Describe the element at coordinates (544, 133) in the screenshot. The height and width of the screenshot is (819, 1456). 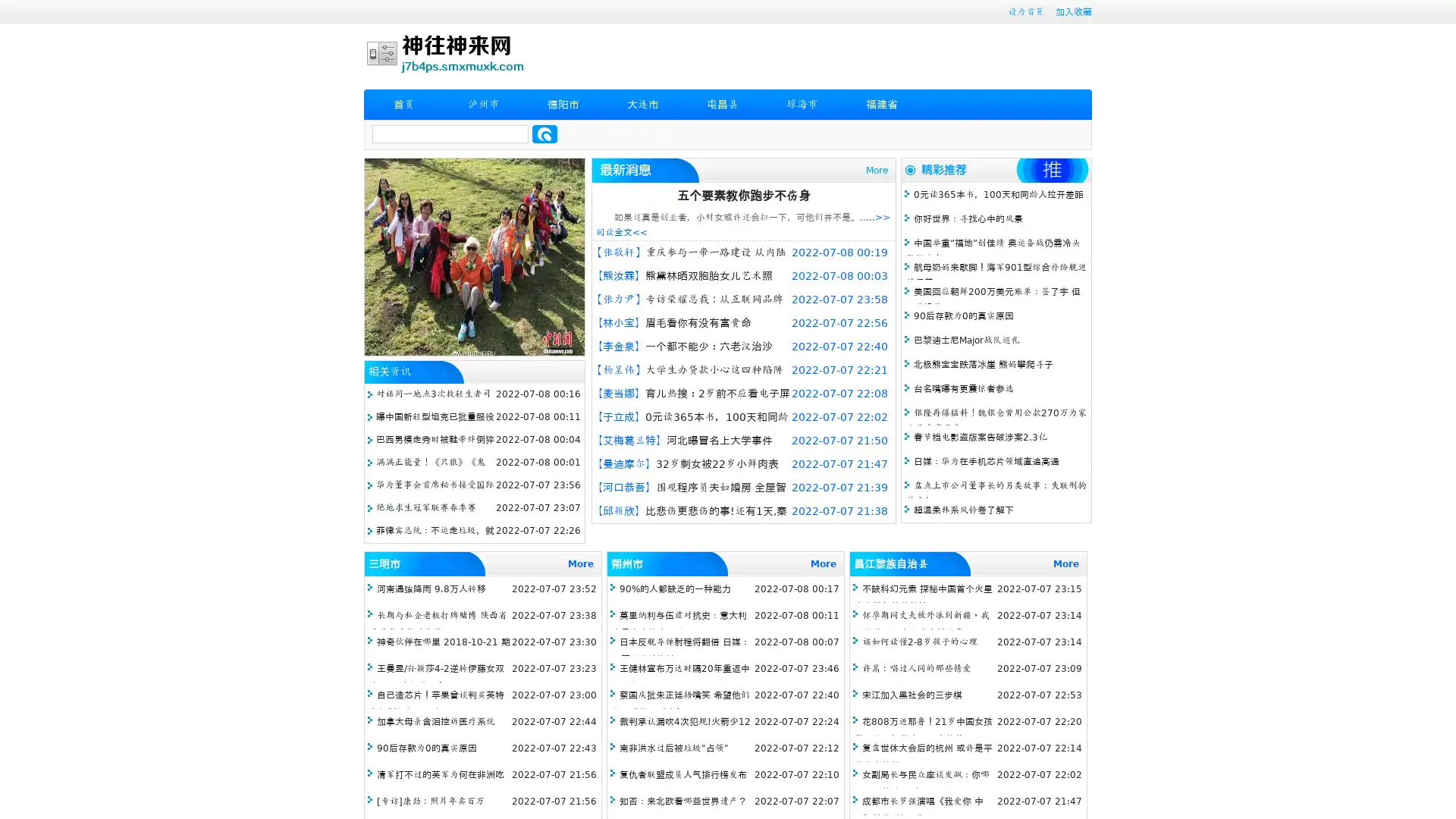
I see `Search` at that location.